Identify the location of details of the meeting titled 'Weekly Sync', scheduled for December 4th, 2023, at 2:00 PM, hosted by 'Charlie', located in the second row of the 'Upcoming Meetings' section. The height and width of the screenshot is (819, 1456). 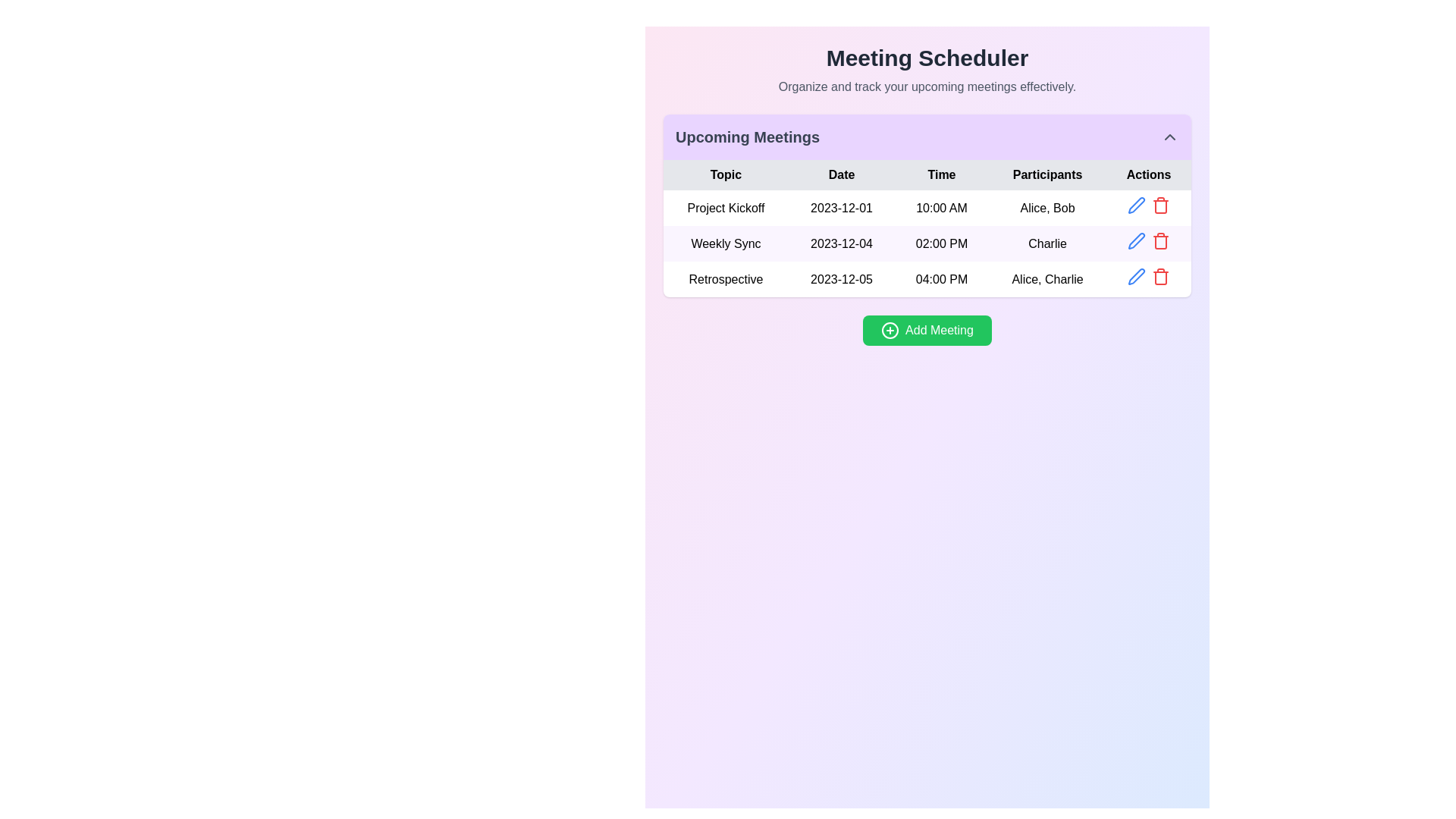
(927, 243).